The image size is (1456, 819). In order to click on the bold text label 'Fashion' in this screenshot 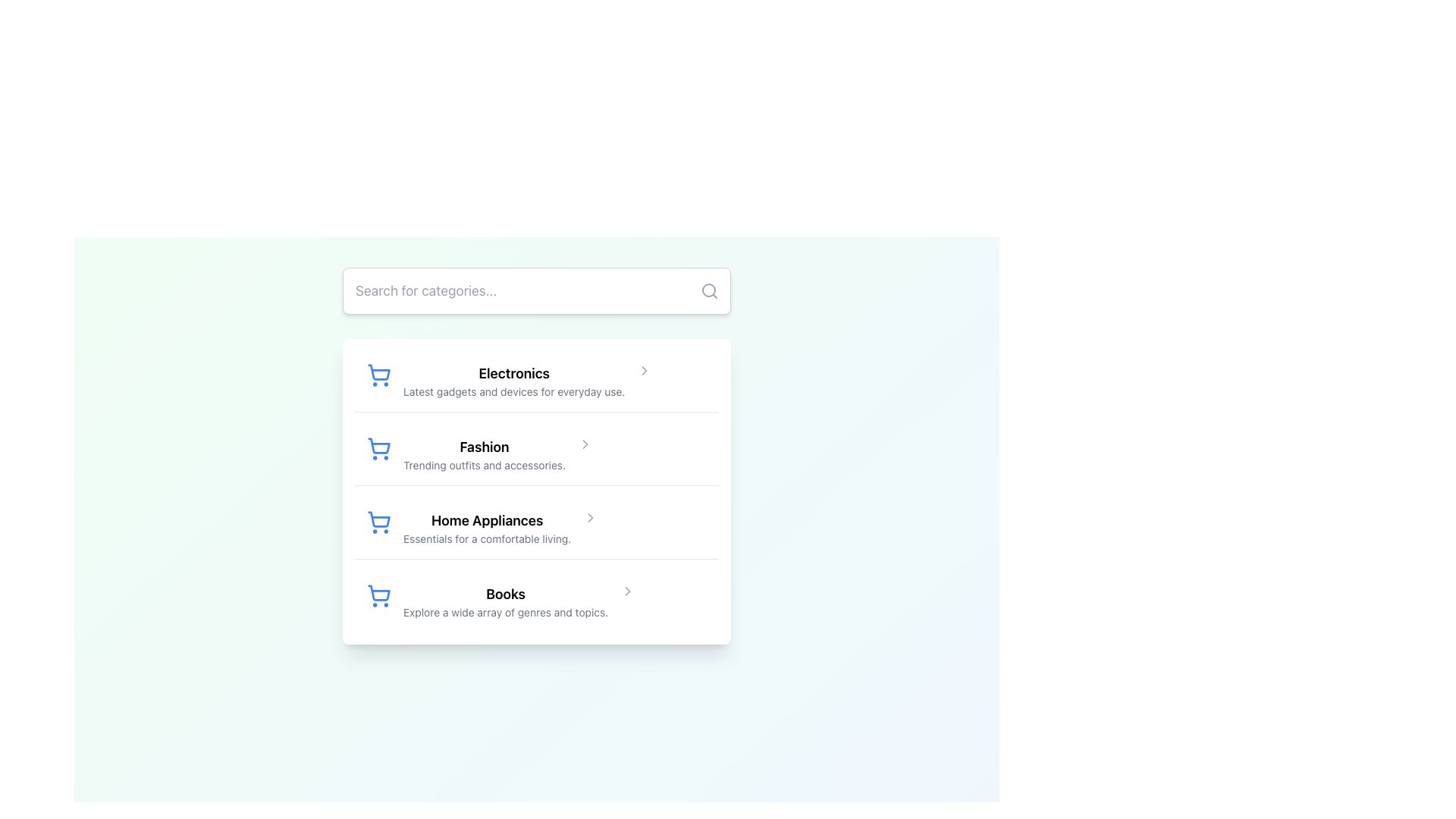, I will do `click(483, 447)`.